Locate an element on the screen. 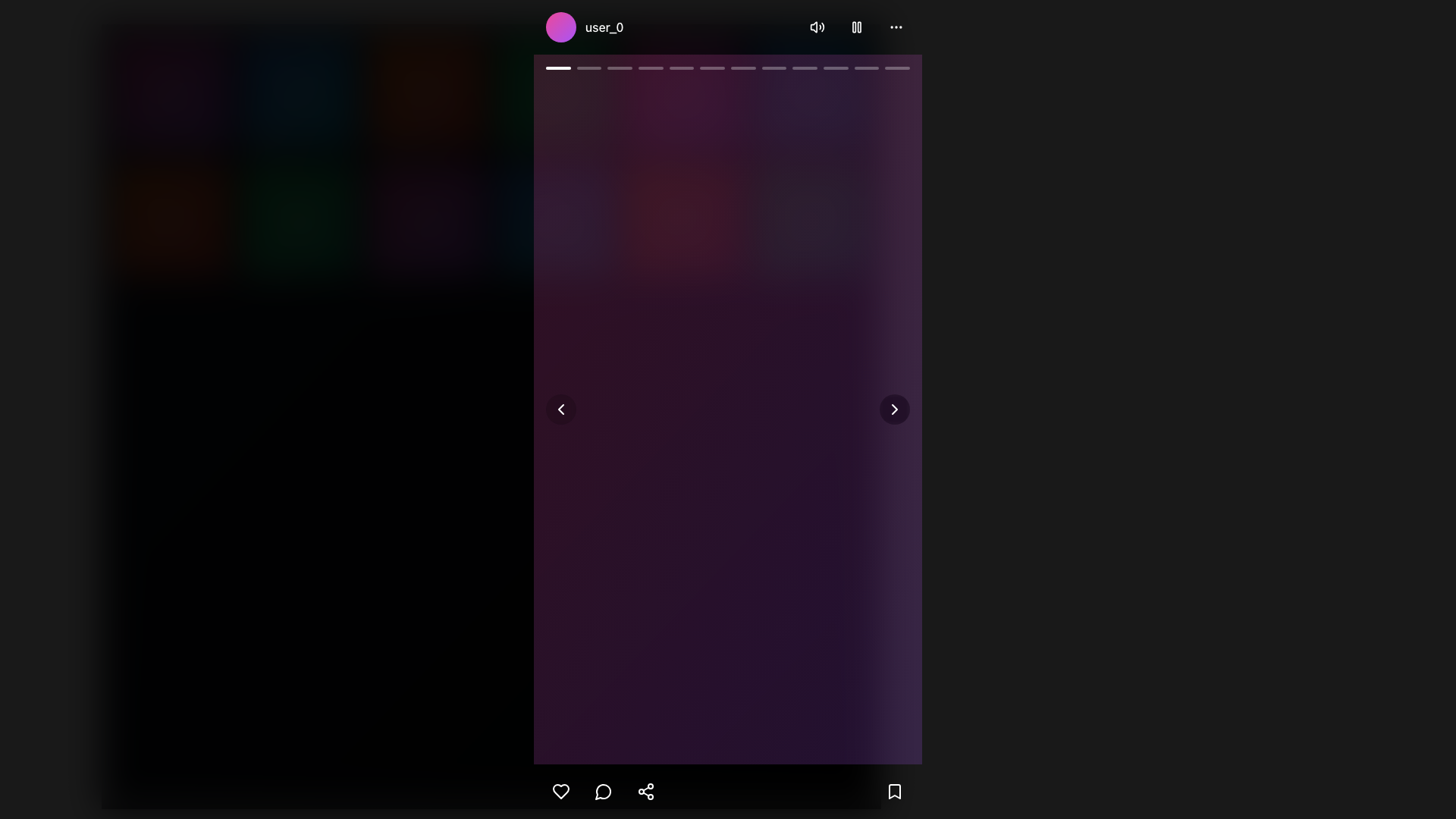 Image resolution: width=1456 pixels, height=819 pixels. the ellipsis icon in the top-right corner of the interface is located at coordinates (896, 27).